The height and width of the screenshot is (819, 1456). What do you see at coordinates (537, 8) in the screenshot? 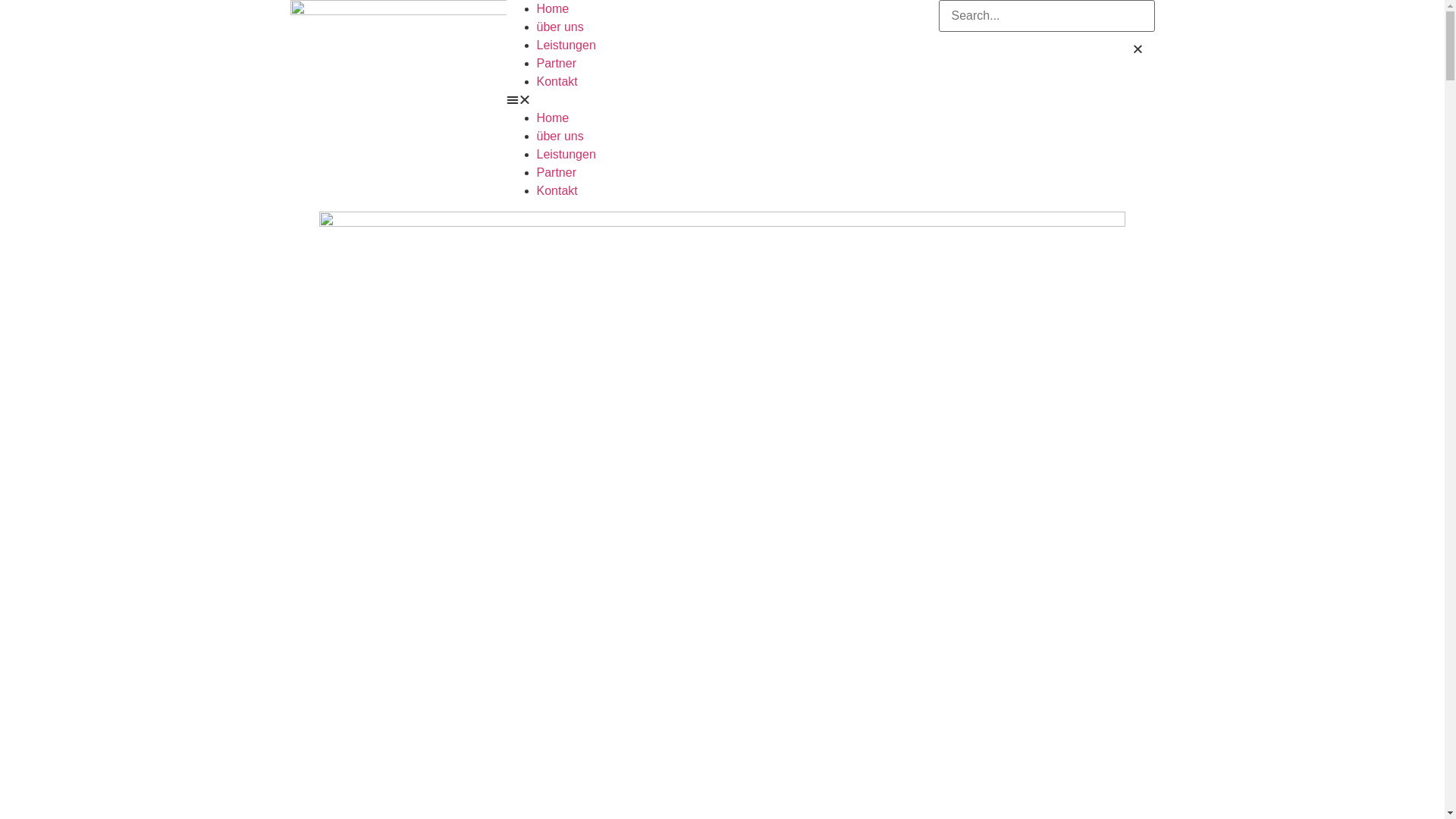
I see `'Home'` at bounding box center [537, 8].